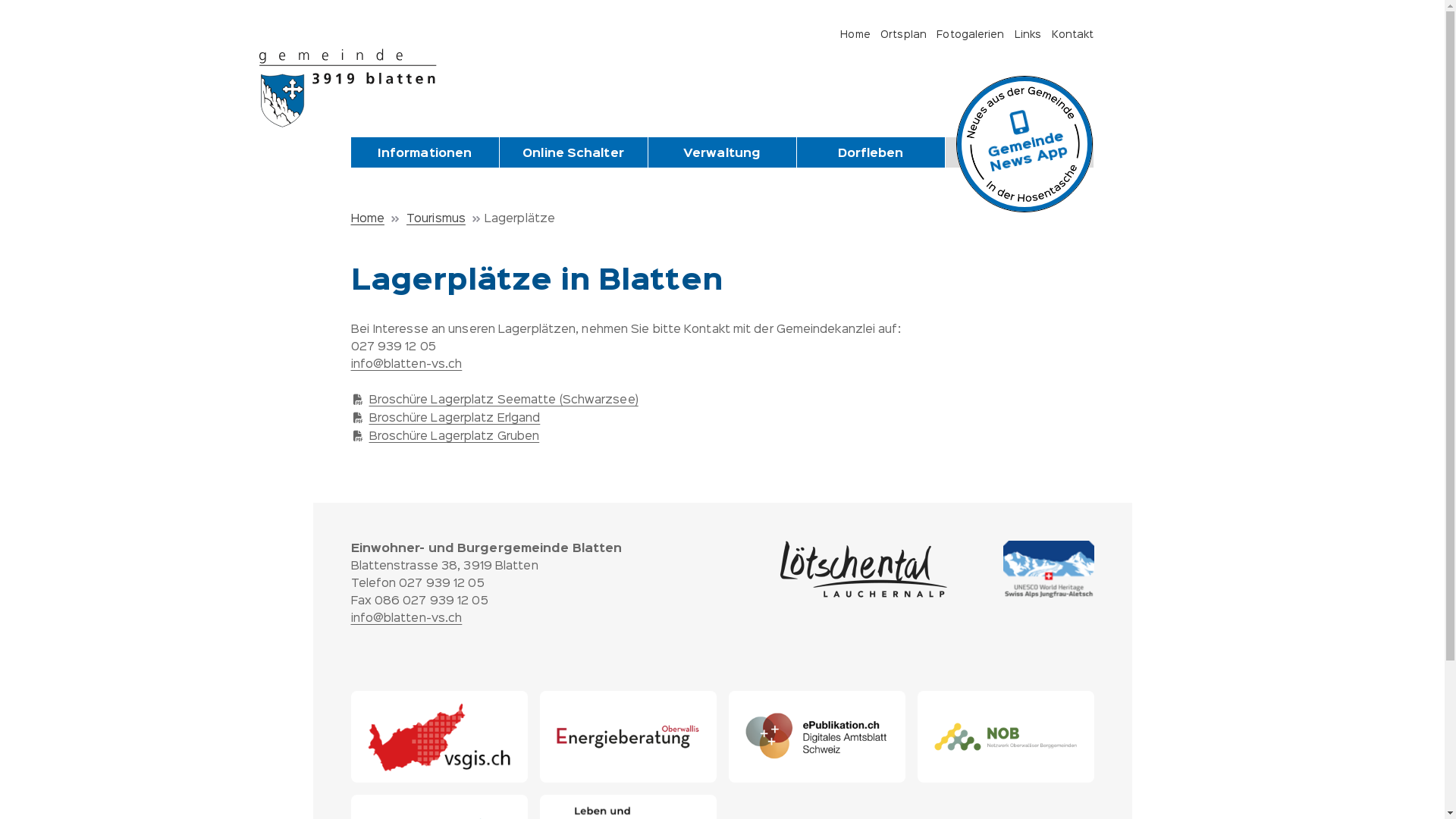 This screenshot has width=1456, height=819. What do you see at coordinates (572, 154) in the screenshot?
I see `'Online Schalter'` at bounding box center [572, 154].